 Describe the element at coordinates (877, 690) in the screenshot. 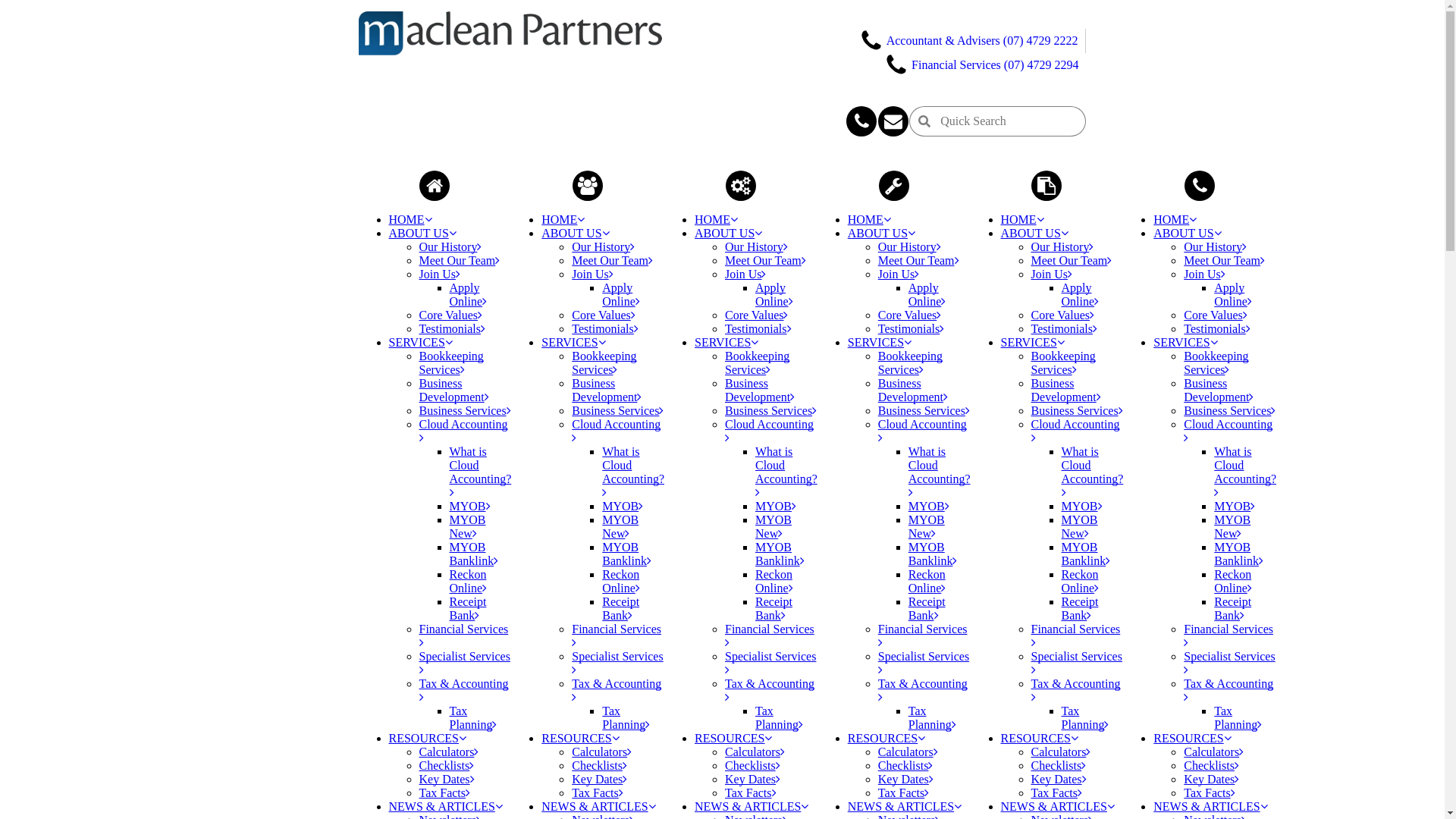

I see `'Tax & Accounting'` at that location.